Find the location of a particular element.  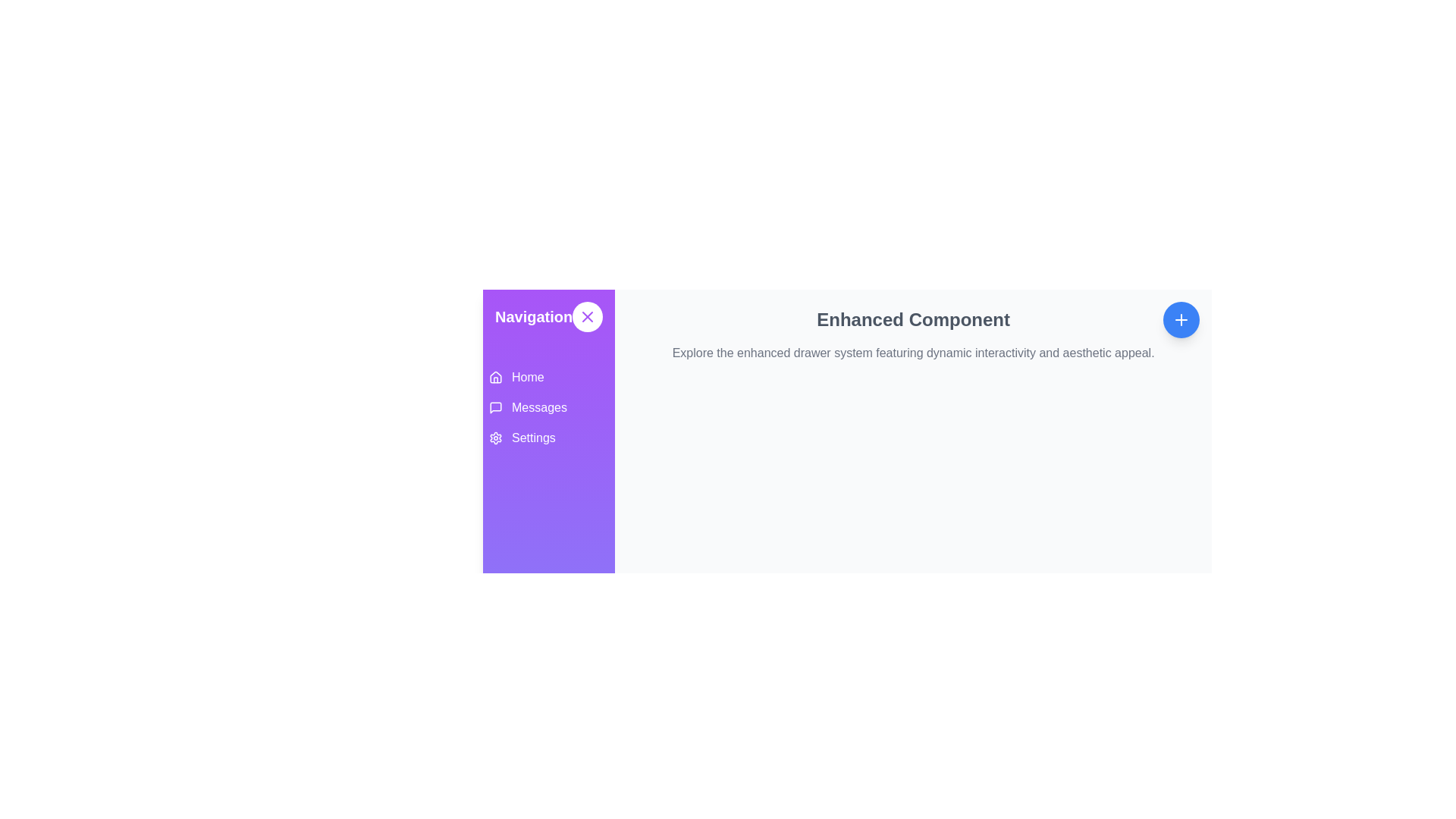

the hollow outline of the house-shaped icon representing the 'Home' navigation option is located at coordinates (495, 376).